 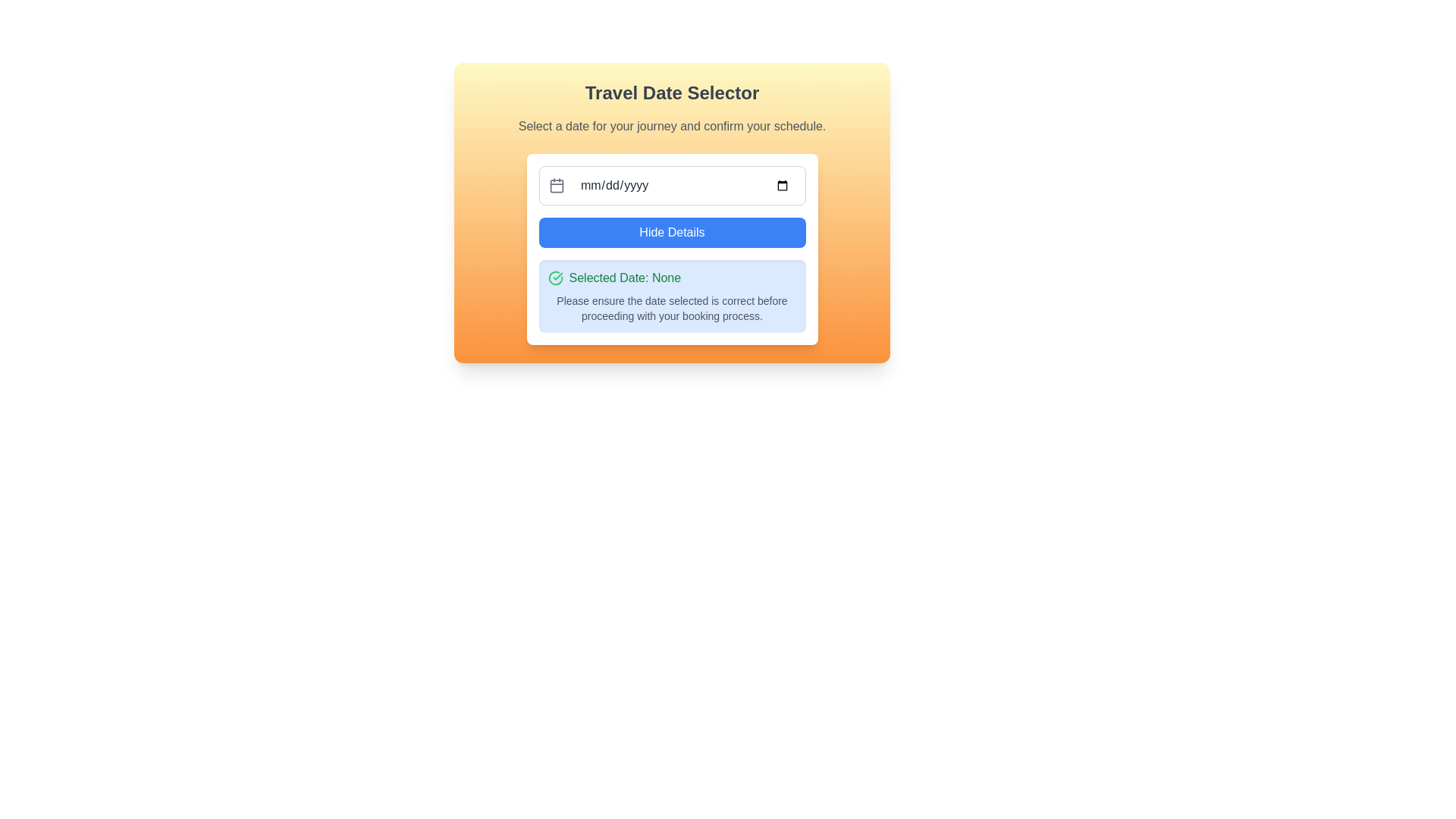 What do you see at coordinates (671, 213) in the screenshot?
I see `the 'Hide Details' button in the 'Travel Date Selector' component, which is a blue button located within a composite UI with a gradient orange background` at bounding box center [671, 213].